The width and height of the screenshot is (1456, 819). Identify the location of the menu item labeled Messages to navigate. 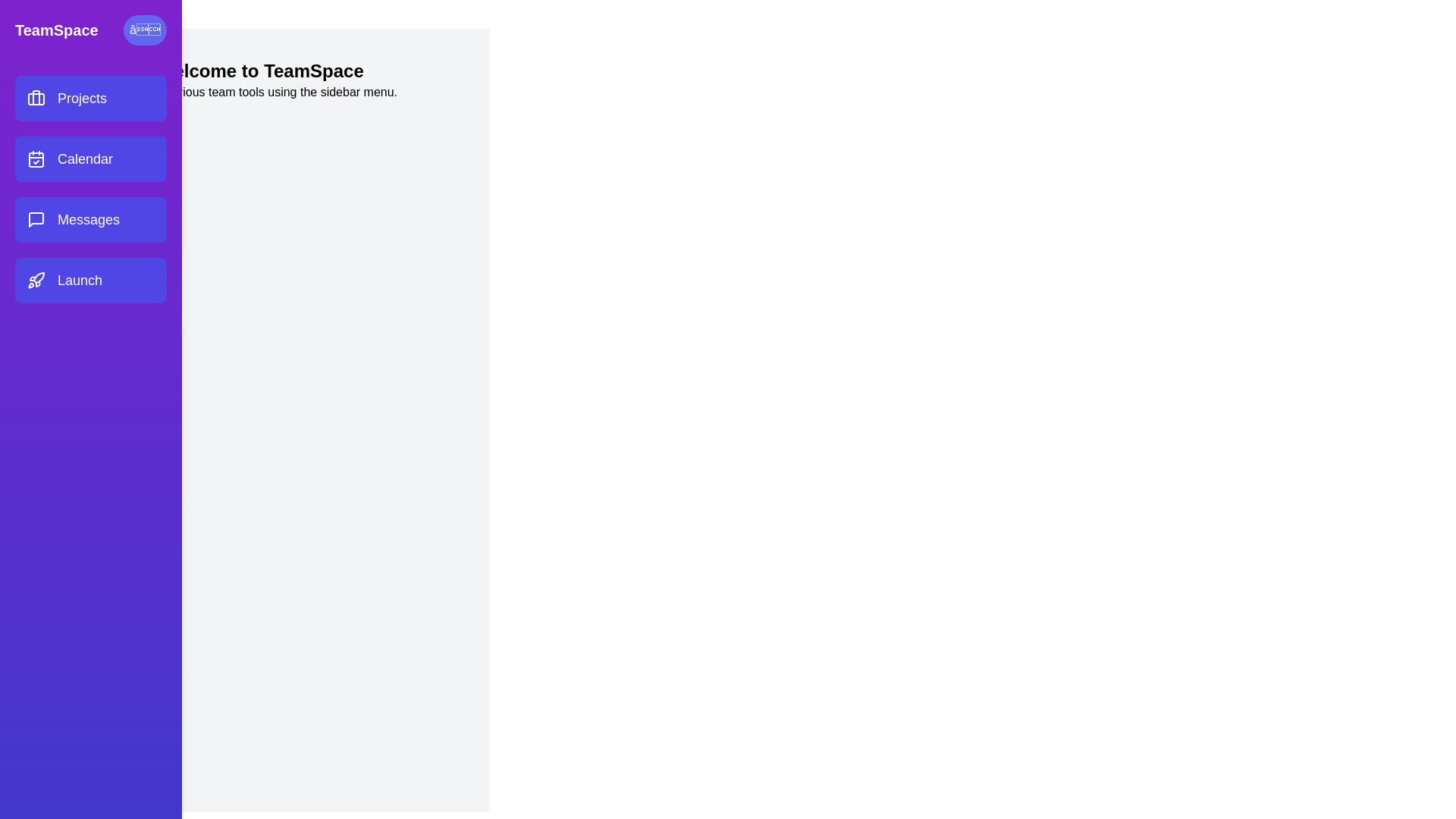
(90, 219).